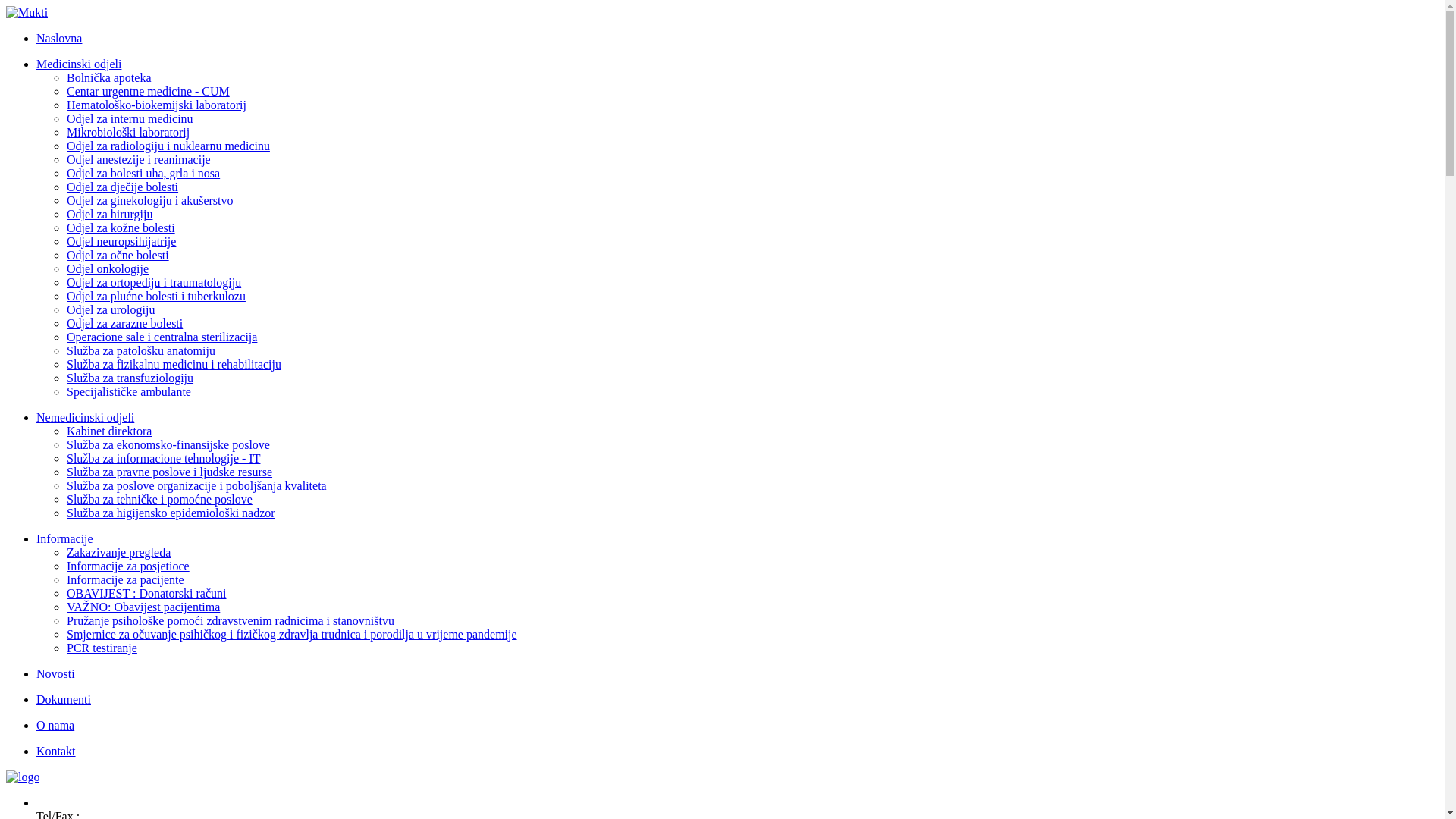 The height and width of the screenshot is (819, 1456). What do you see at coordinates (168, 146) in the screenshot?
I see `'Odjel za radiologiju i nuklearnu medicinu'` at bounding box center [168, 146].